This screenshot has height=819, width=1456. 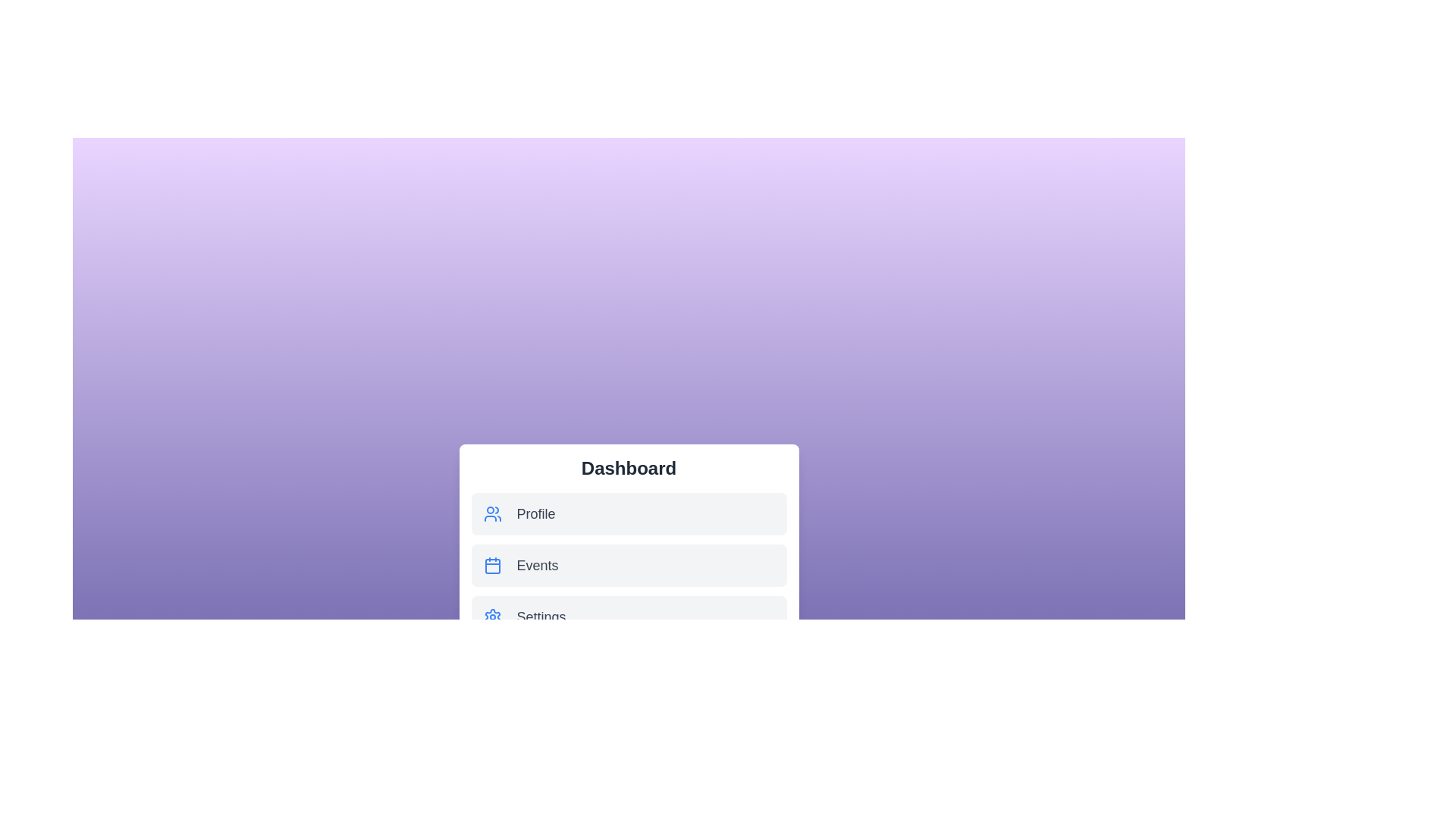 I want to click on the graphical decorator inside the calendar icon, which is located adjacent to the Events menu option, so click(x=492, y=566).